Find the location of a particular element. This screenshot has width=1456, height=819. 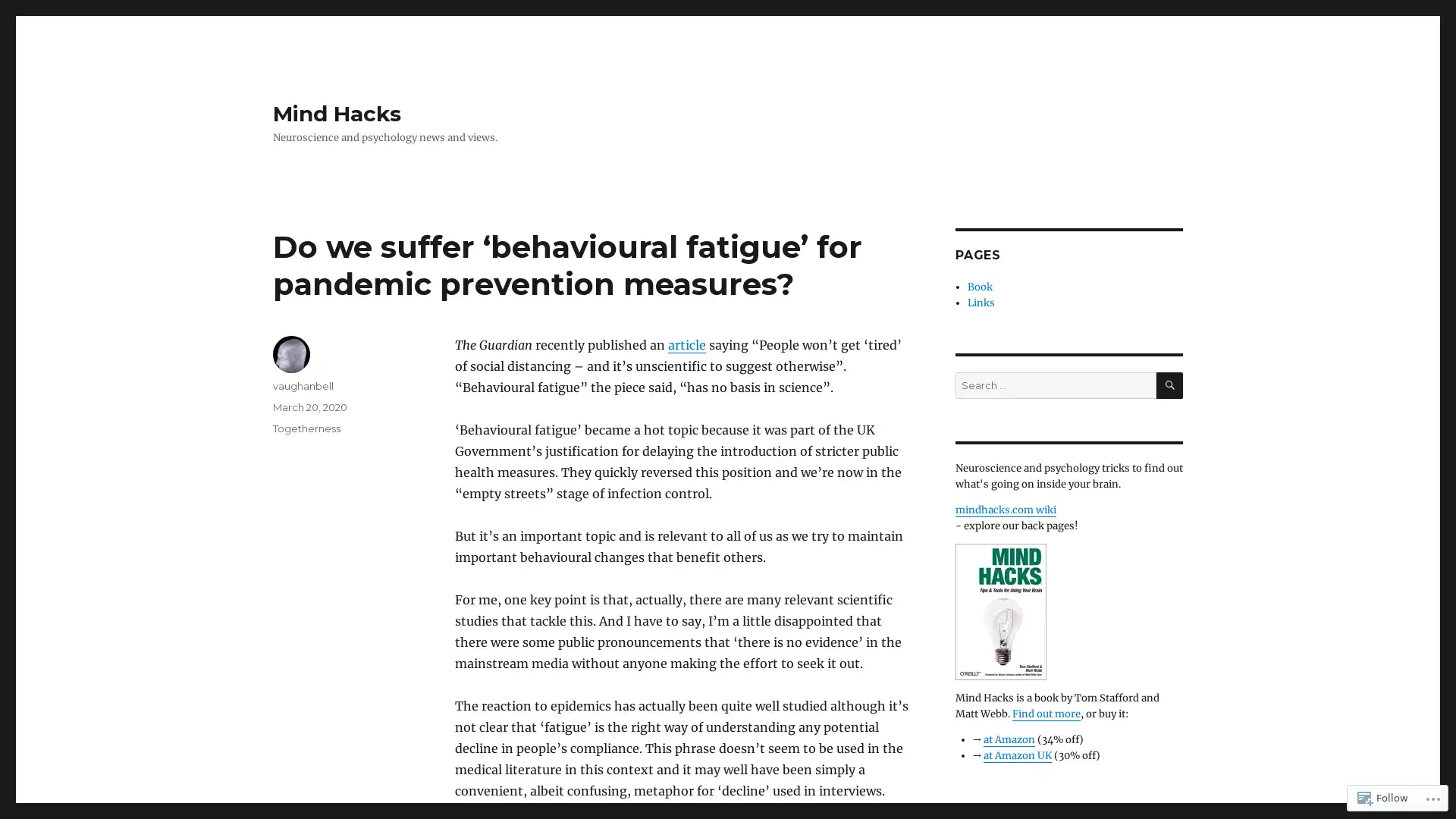

SEARCH is located at coordinates (1169, 384).